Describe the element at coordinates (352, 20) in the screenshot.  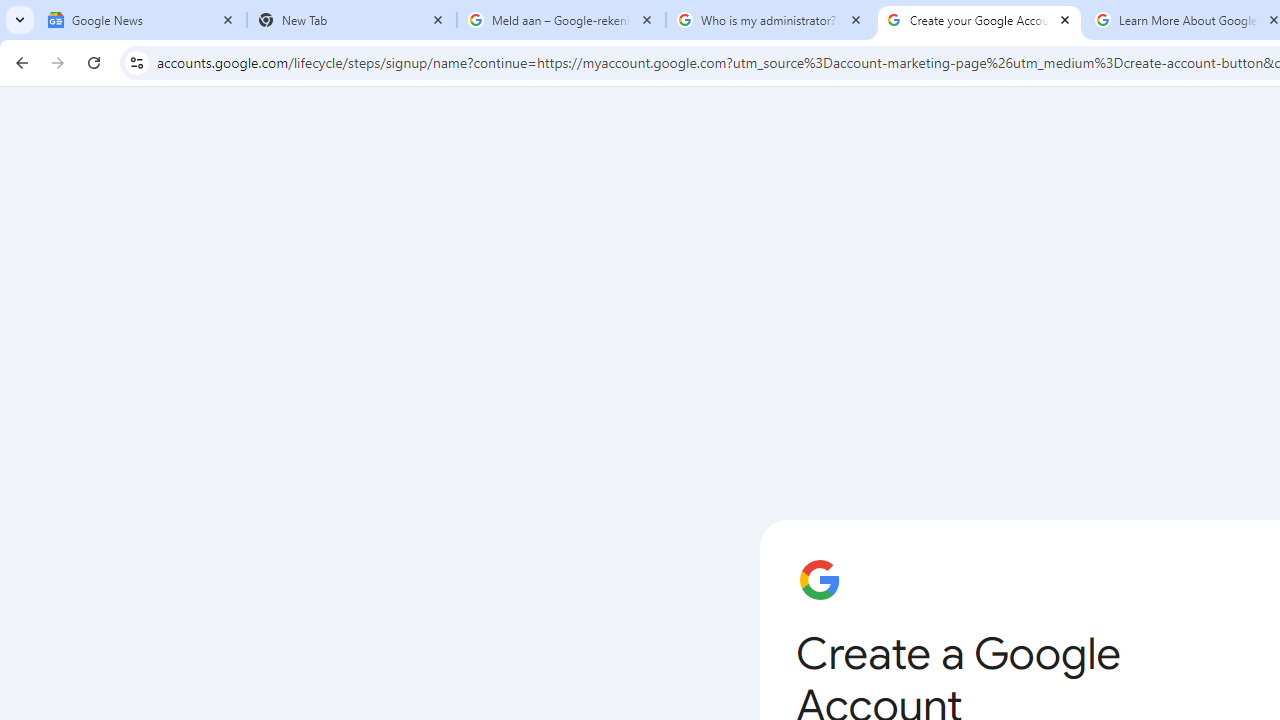
I see `'New Tab'` at that location.